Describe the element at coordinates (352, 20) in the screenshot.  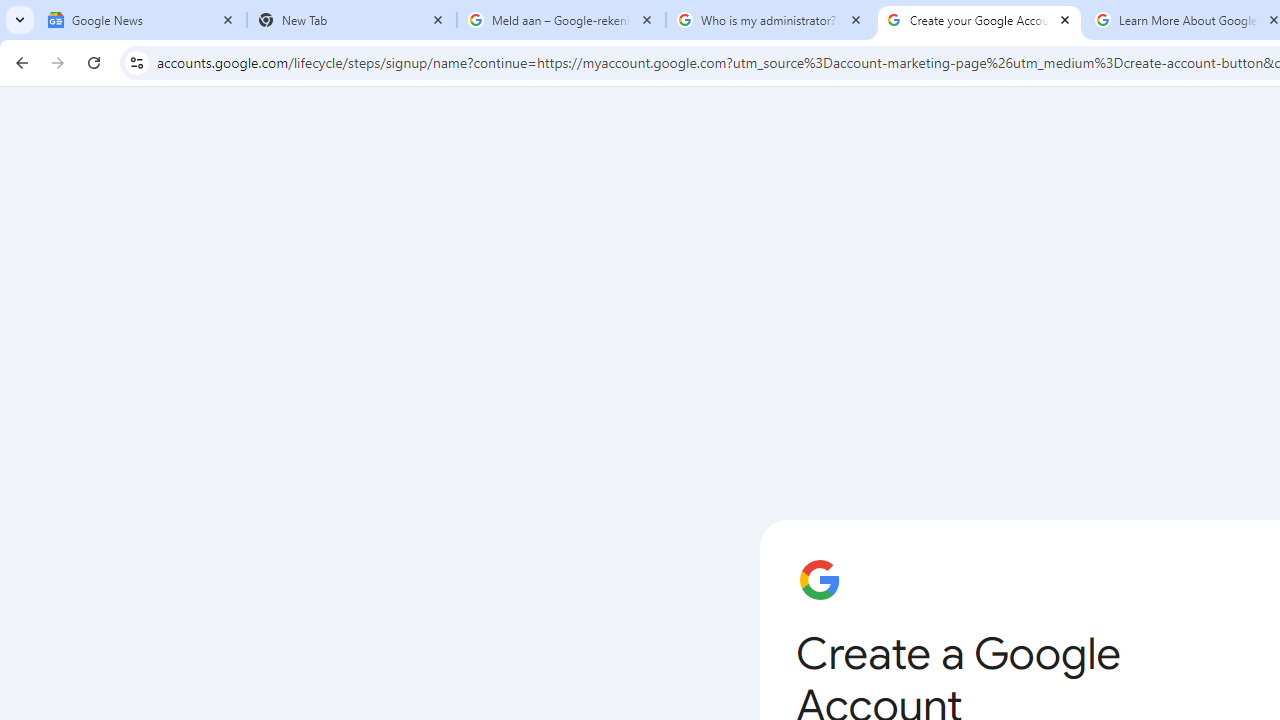
I see `'New Tab'` at that location.